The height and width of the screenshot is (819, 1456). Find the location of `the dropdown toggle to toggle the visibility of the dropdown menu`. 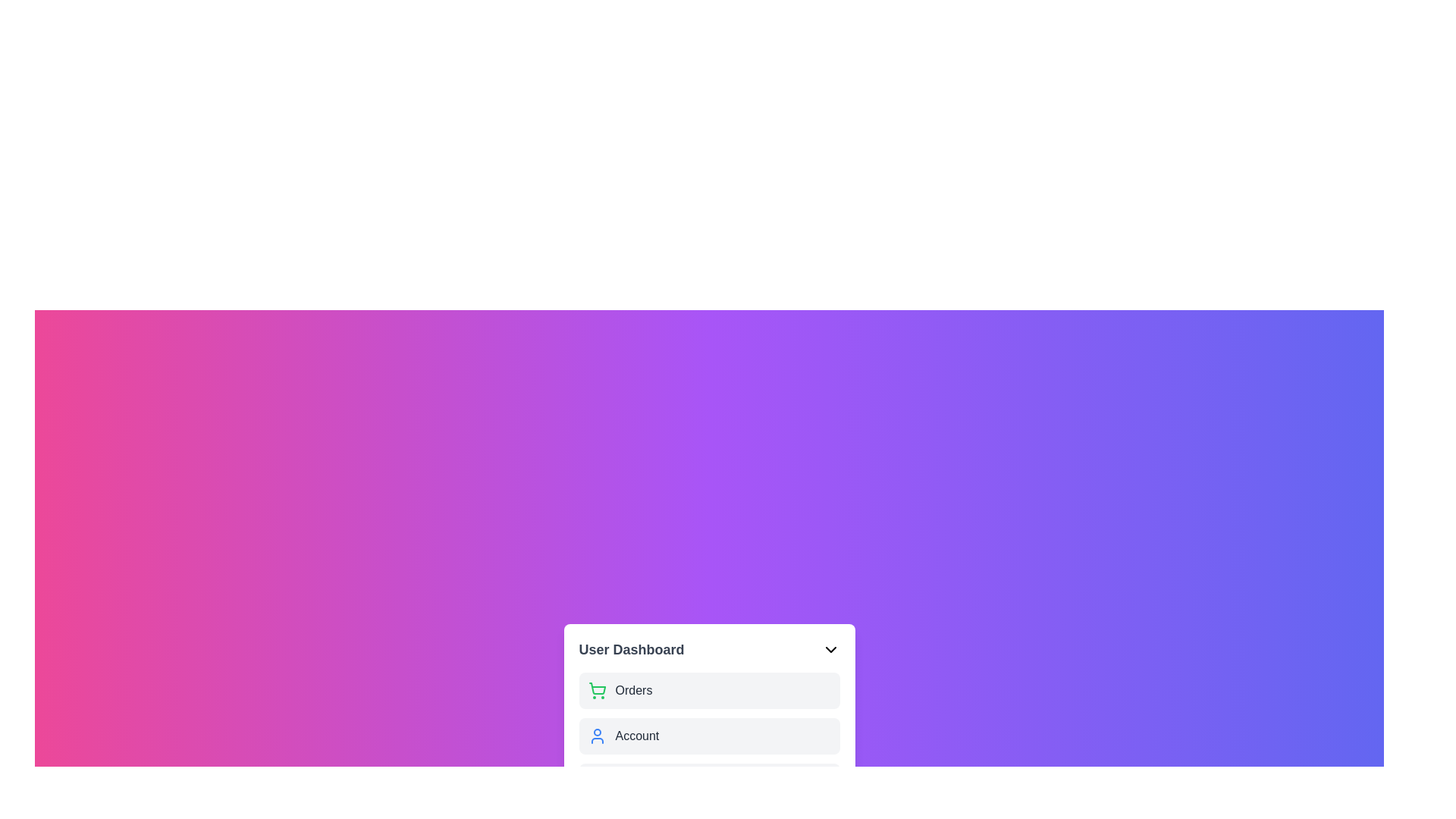

the dropdown toggle to toggle the visibility of the dropdown menu is located at coordinates (830, 648).